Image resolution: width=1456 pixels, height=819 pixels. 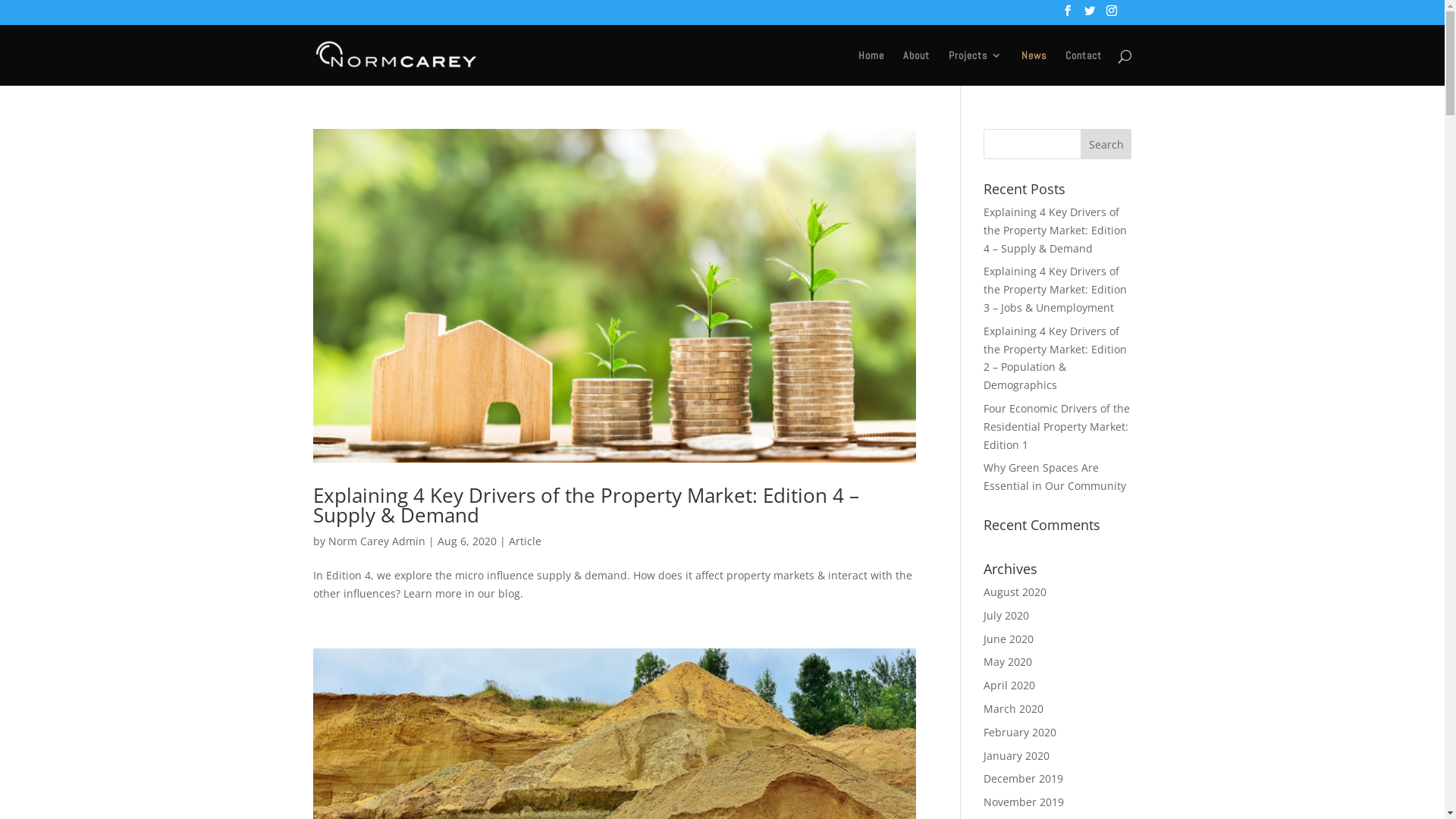 What do you see at coordinates (1008, 639) in the screenshot?
I see `'June 2020'` at bounding box center [1008, 639].